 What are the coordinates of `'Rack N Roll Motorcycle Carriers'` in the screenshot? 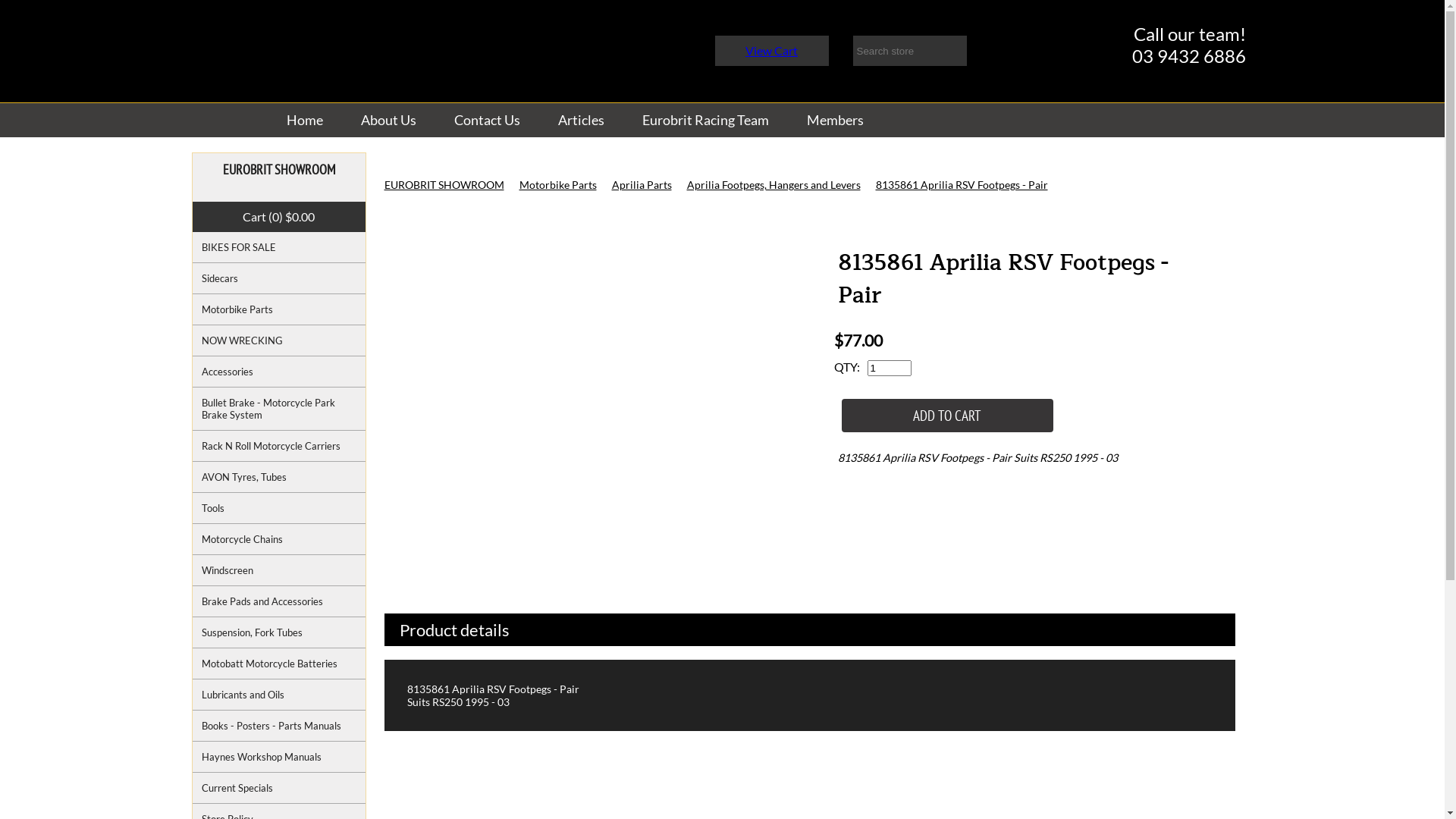 It's located at (279, 445).